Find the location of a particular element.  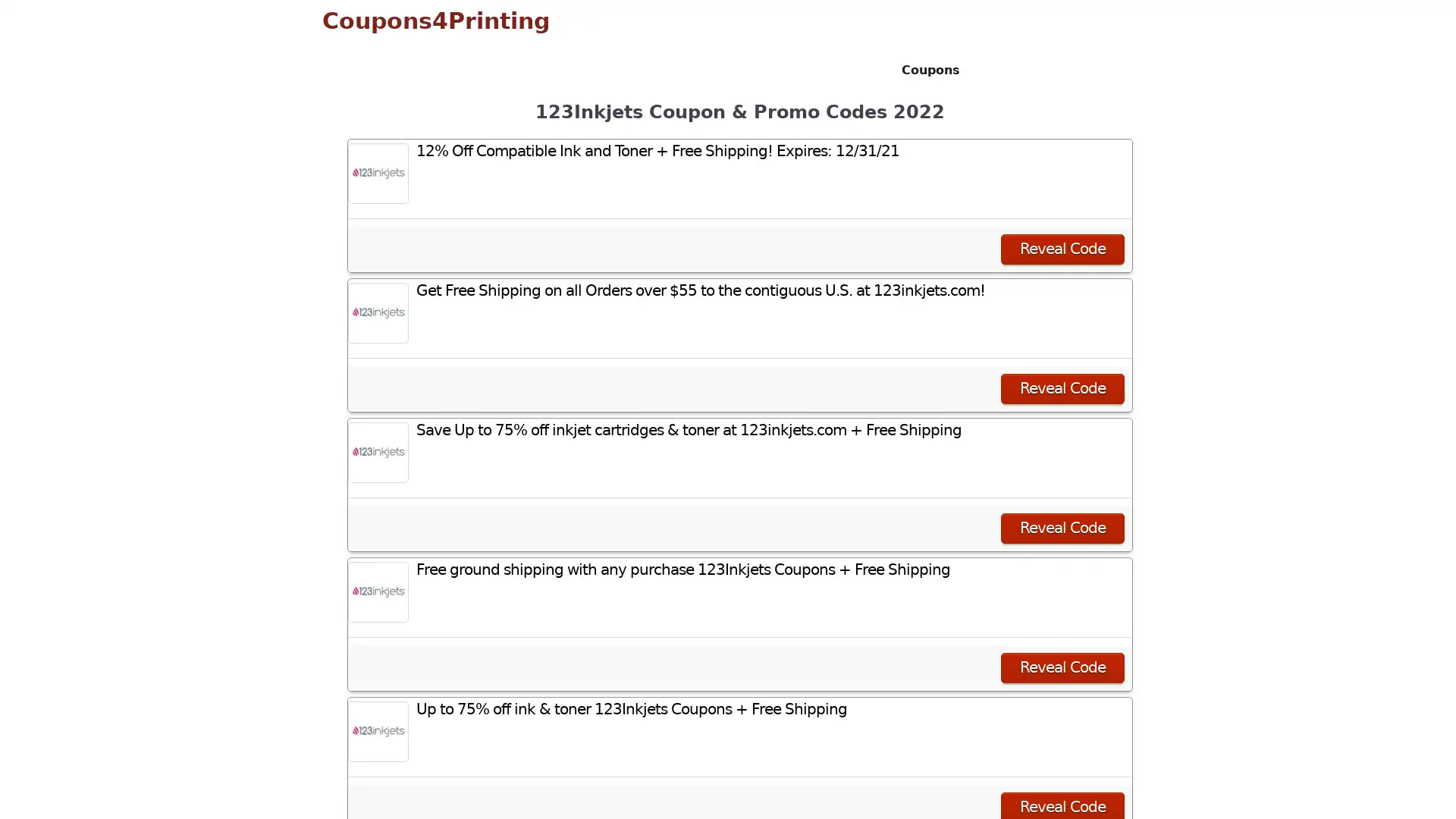

Reveal Code is located at coordinates (1062, 247).